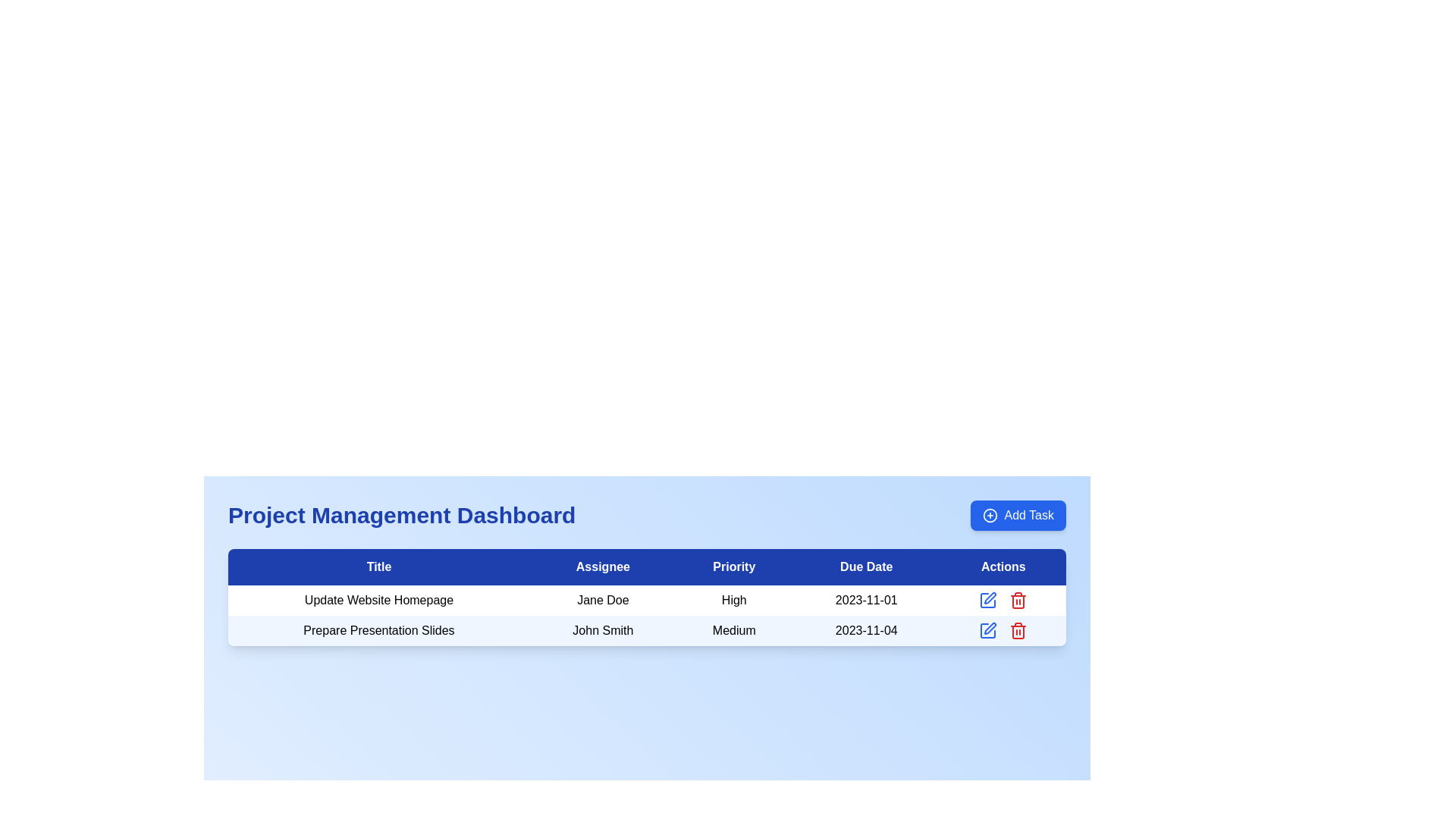  What do you see at coordinates (990, 514) in the screenshot?
I see `the decorative circular boundary surrounding the plus sign icon in the 'Add Task' button to visually indicate the action to add a new task` at bounding box center [990, 514].